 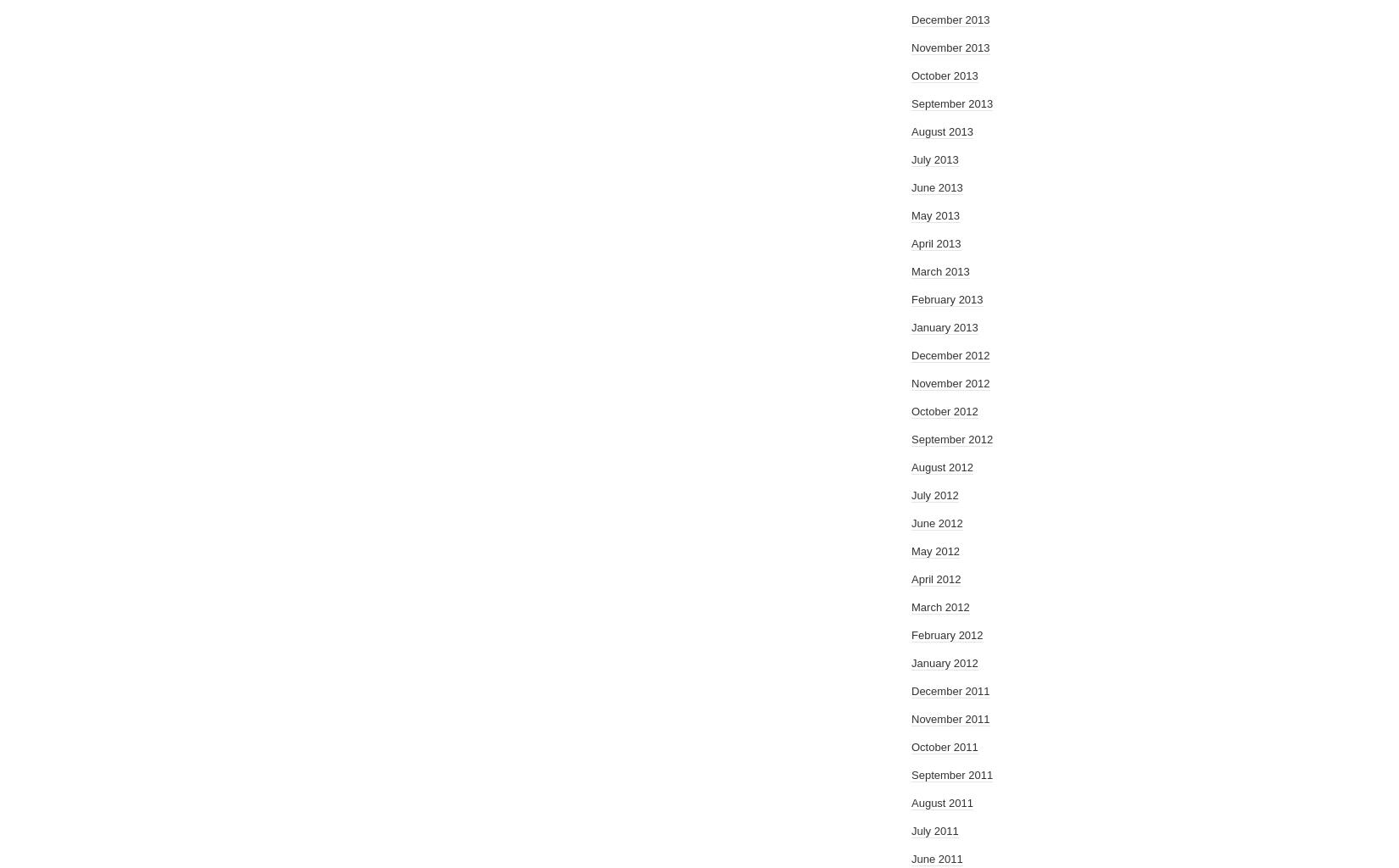 What do you see at coordinates (950, 19) in the screenshot?
I see `'December 2013'` at bounding box center [950, 19].